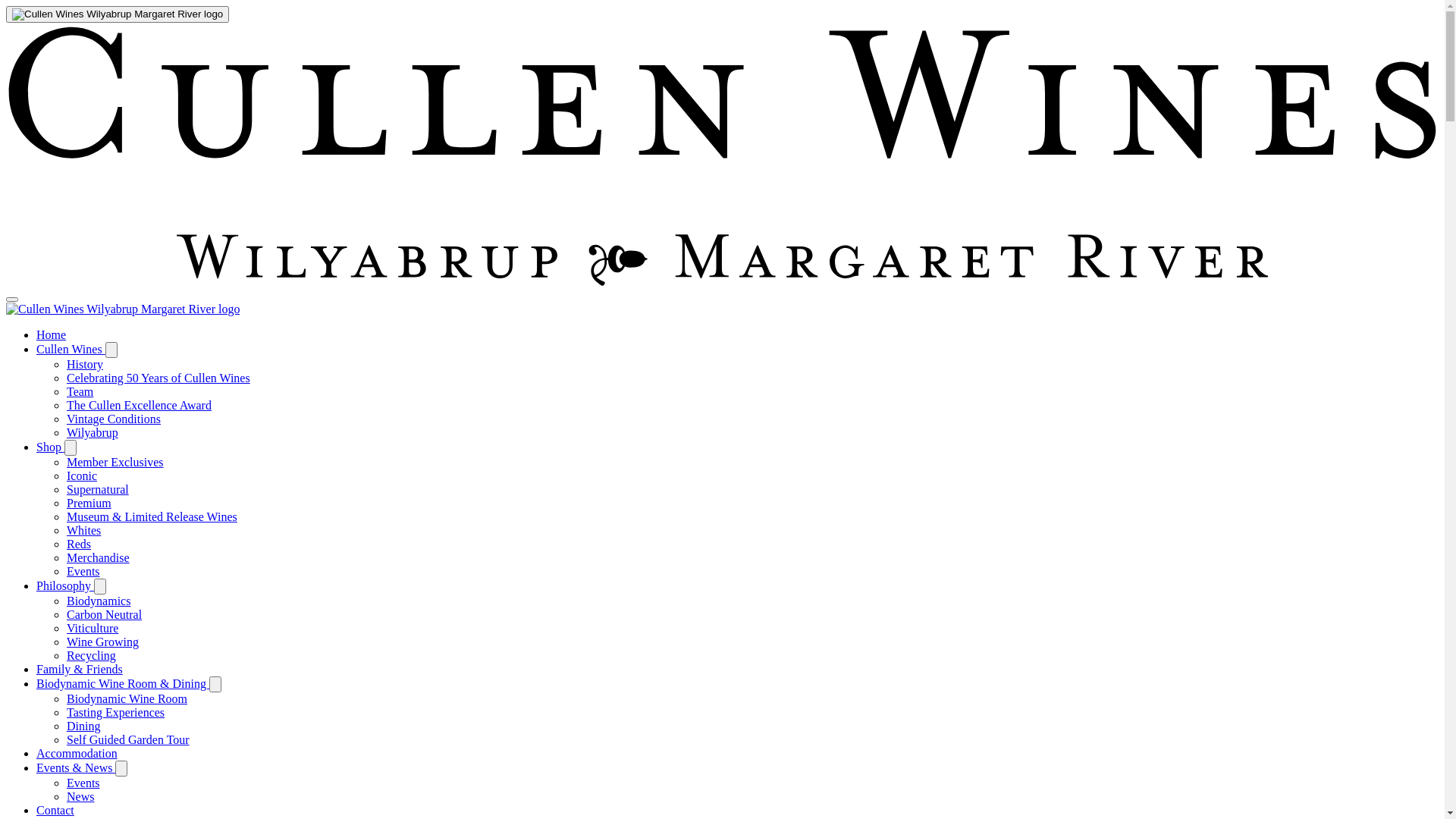 This screenshot has width=1456, height=819. What do you see at coordinates (83, 725) in the screenshot?
I see `'Dining'` at bounding box center [83, 725].